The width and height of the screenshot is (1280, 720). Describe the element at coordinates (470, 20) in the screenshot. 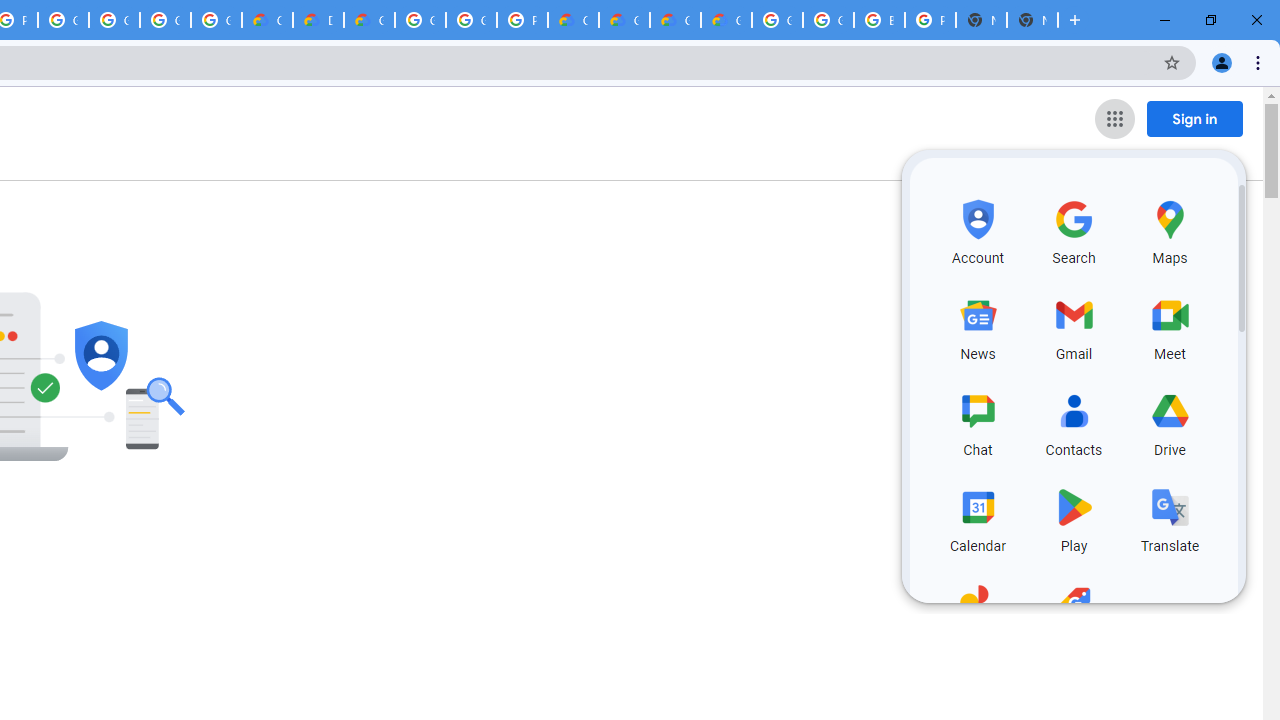

I see `'Google Cloud Platform'` at that location.